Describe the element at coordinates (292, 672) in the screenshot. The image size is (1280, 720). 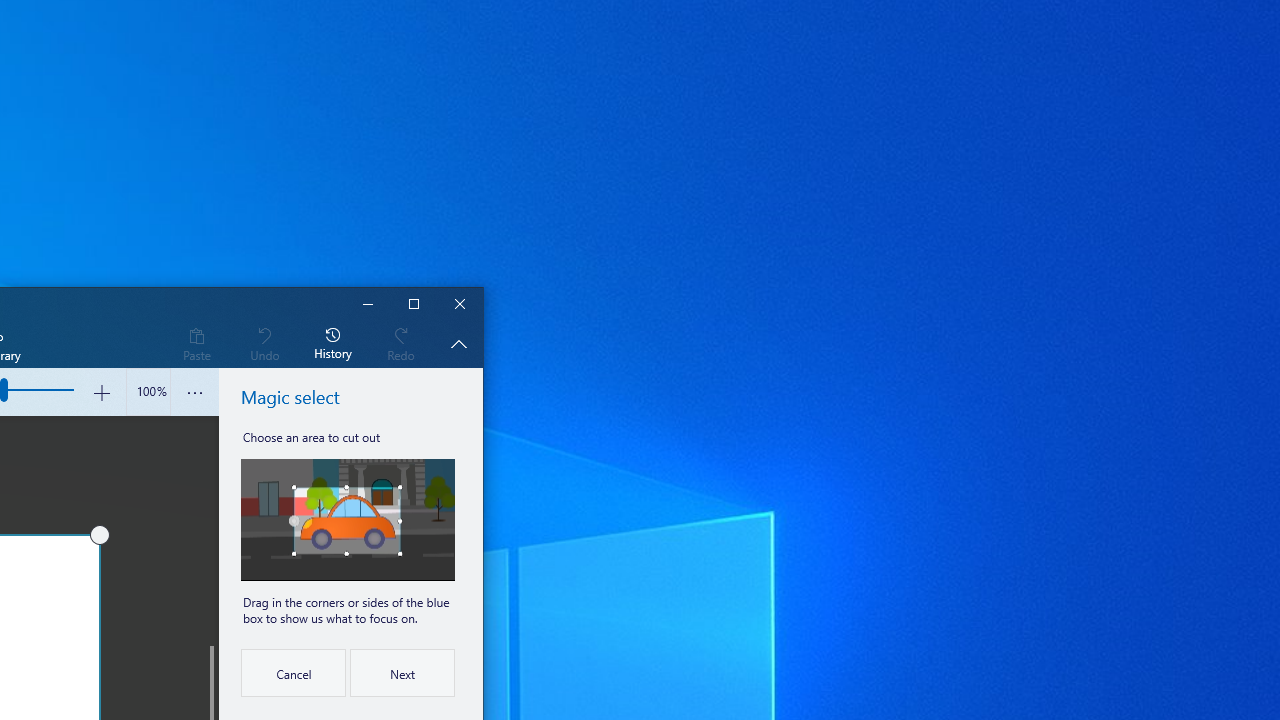
I see `'Cancel'` at that location.